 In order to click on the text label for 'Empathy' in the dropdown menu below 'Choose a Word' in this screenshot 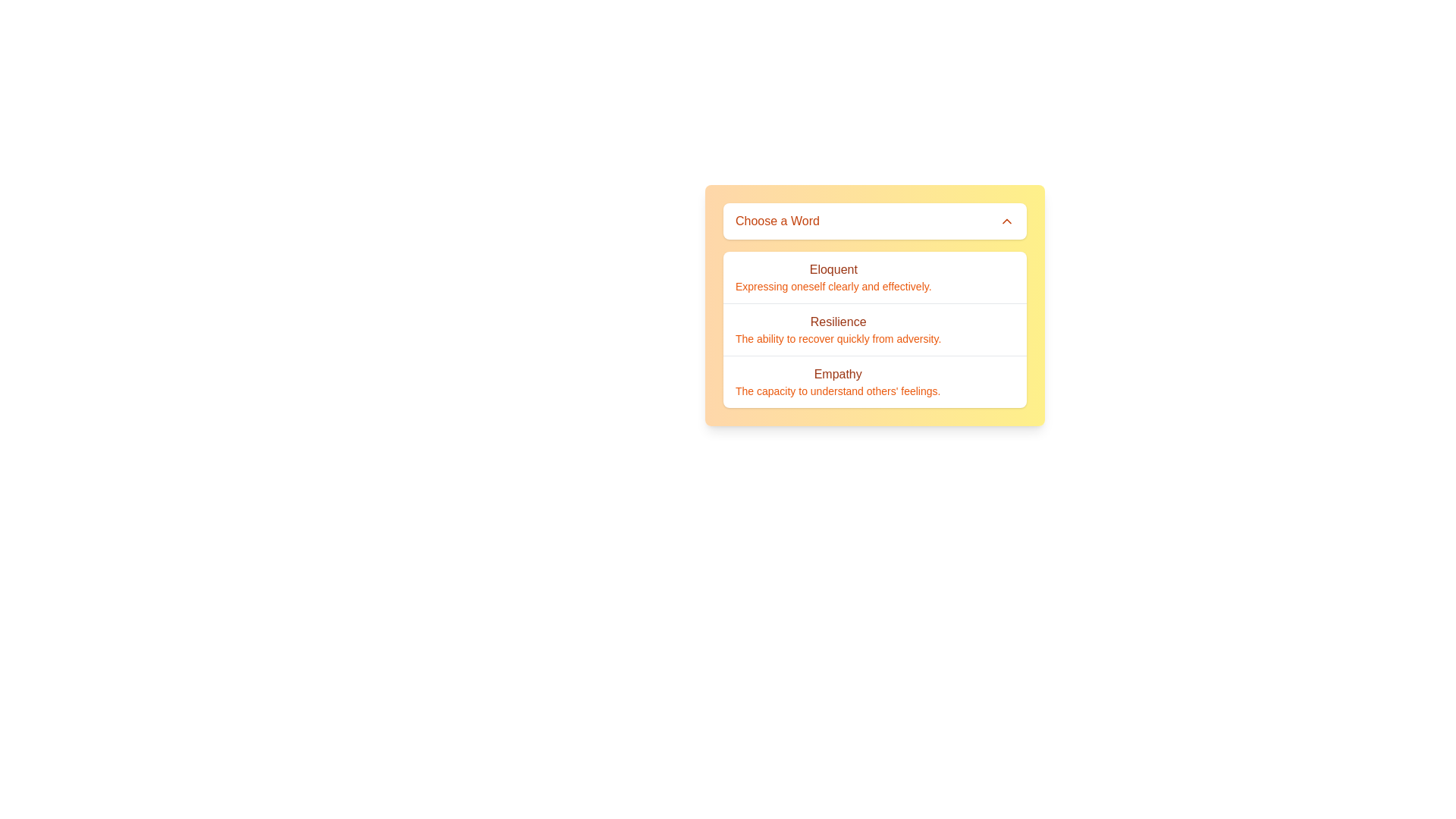, I will do `click(837, 374)`.